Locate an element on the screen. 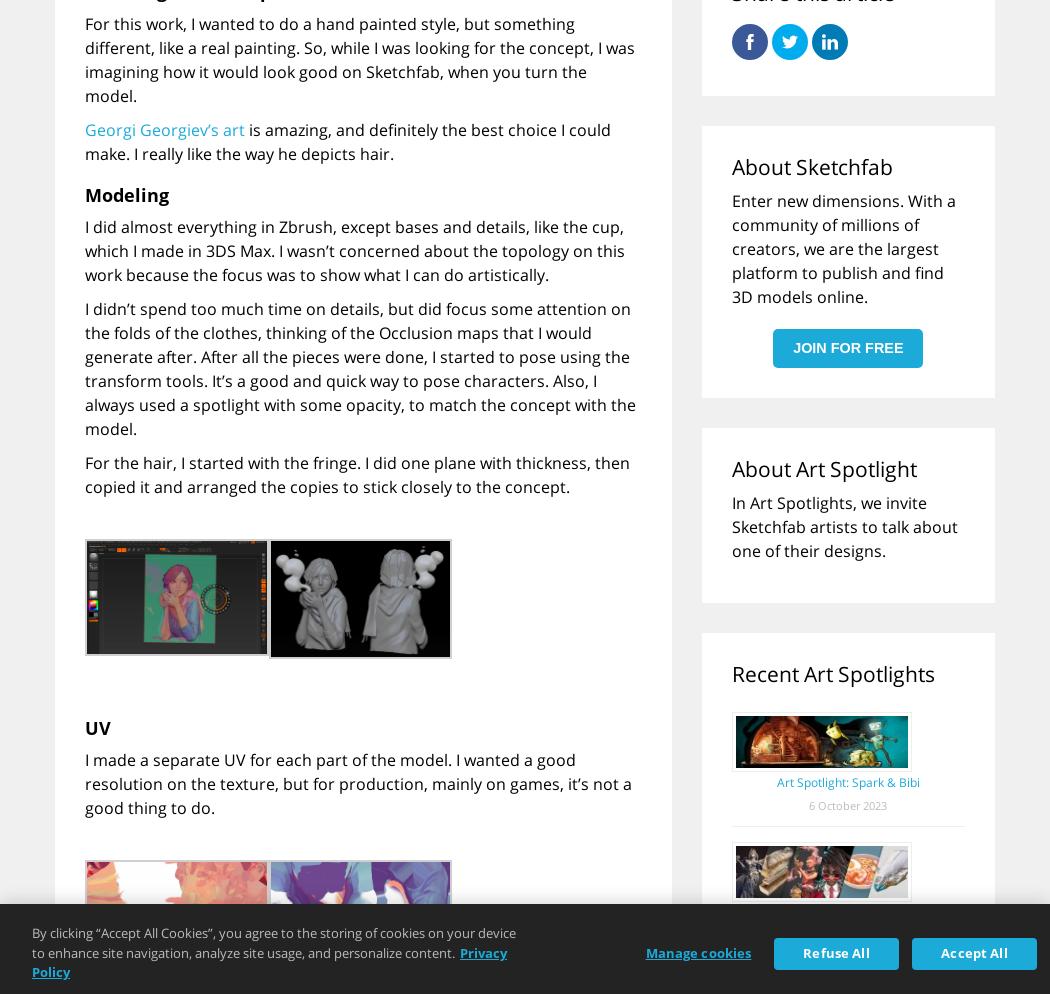 The width and height of the screenshot is (1050, 994). 'I didn’t spend too much time on details, but did focus some attention on the folds of the clothes, thinking of the Occlusion maps that I would generate after. After all the pieces were done, I started to pose using the transform tools. It’s a good and quick way to pose characters. Also, I always used a spotlight with some opacity, to match the concept with the model.' is located at coordinates (359, 368).